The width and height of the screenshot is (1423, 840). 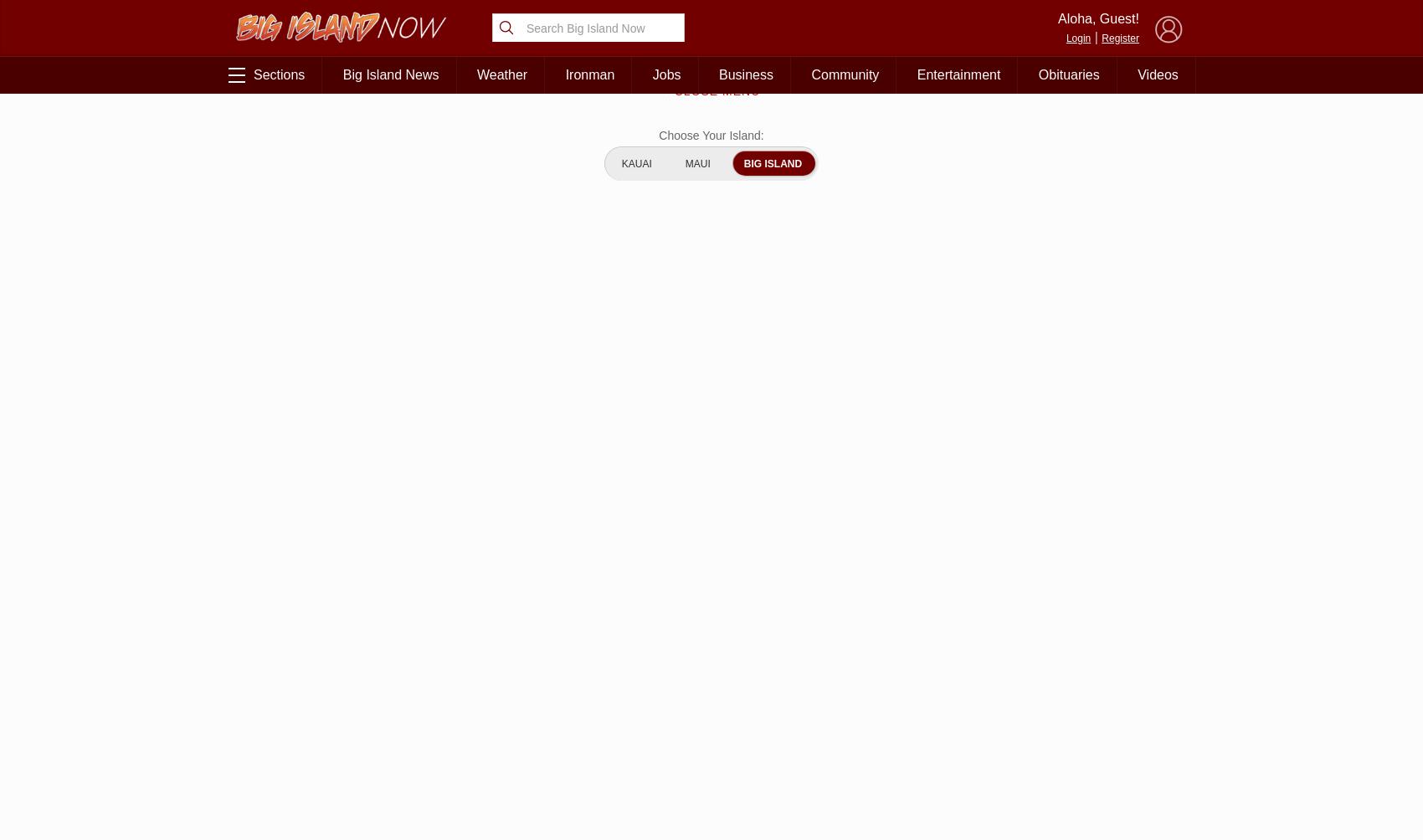 What do you see at coordinates (993, 545) in the screenshot?
I see `'UPCOMING FEATURED EVENTS:'` at bounding box center [993, 545].